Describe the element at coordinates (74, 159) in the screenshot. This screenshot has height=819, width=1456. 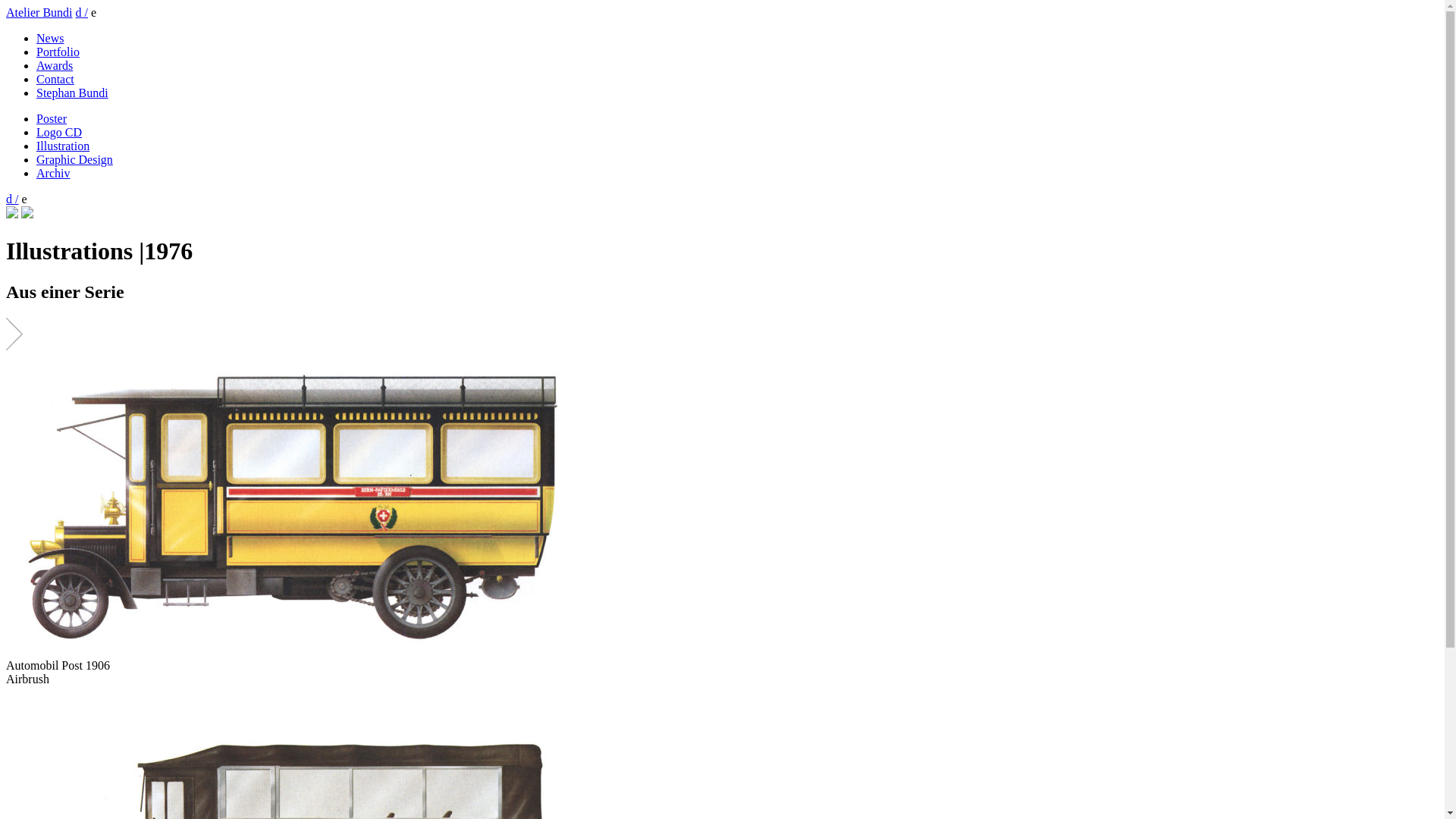
I see `'Graphic Design'` at that location.